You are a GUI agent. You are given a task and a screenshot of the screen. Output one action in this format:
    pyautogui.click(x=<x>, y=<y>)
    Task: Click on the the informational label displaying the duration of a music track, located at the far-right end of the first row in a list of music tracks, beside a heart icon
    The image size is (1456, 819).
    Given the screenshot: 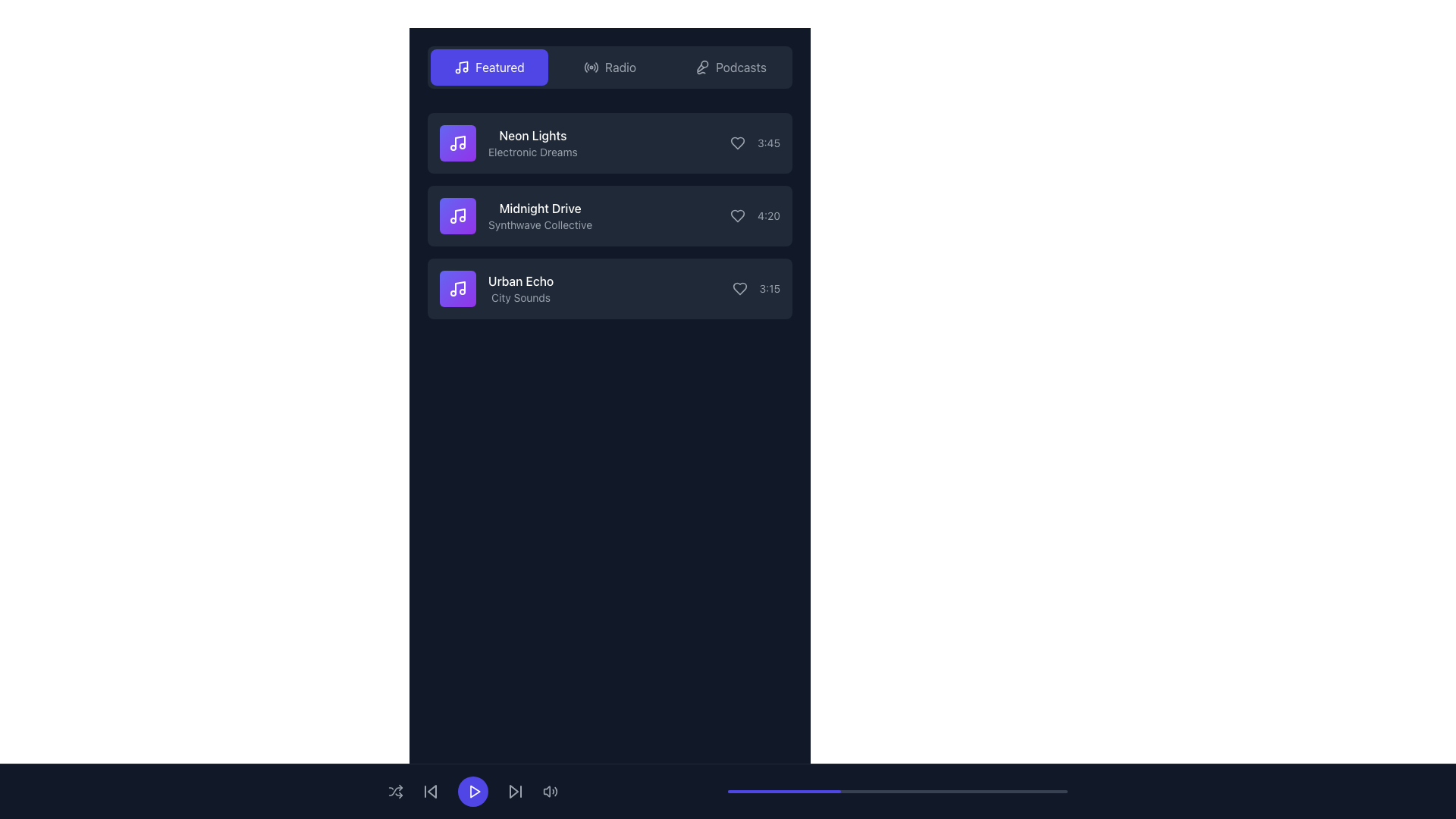 What is the action you would take?
    pyautogui.click(x=768, y=143)
    